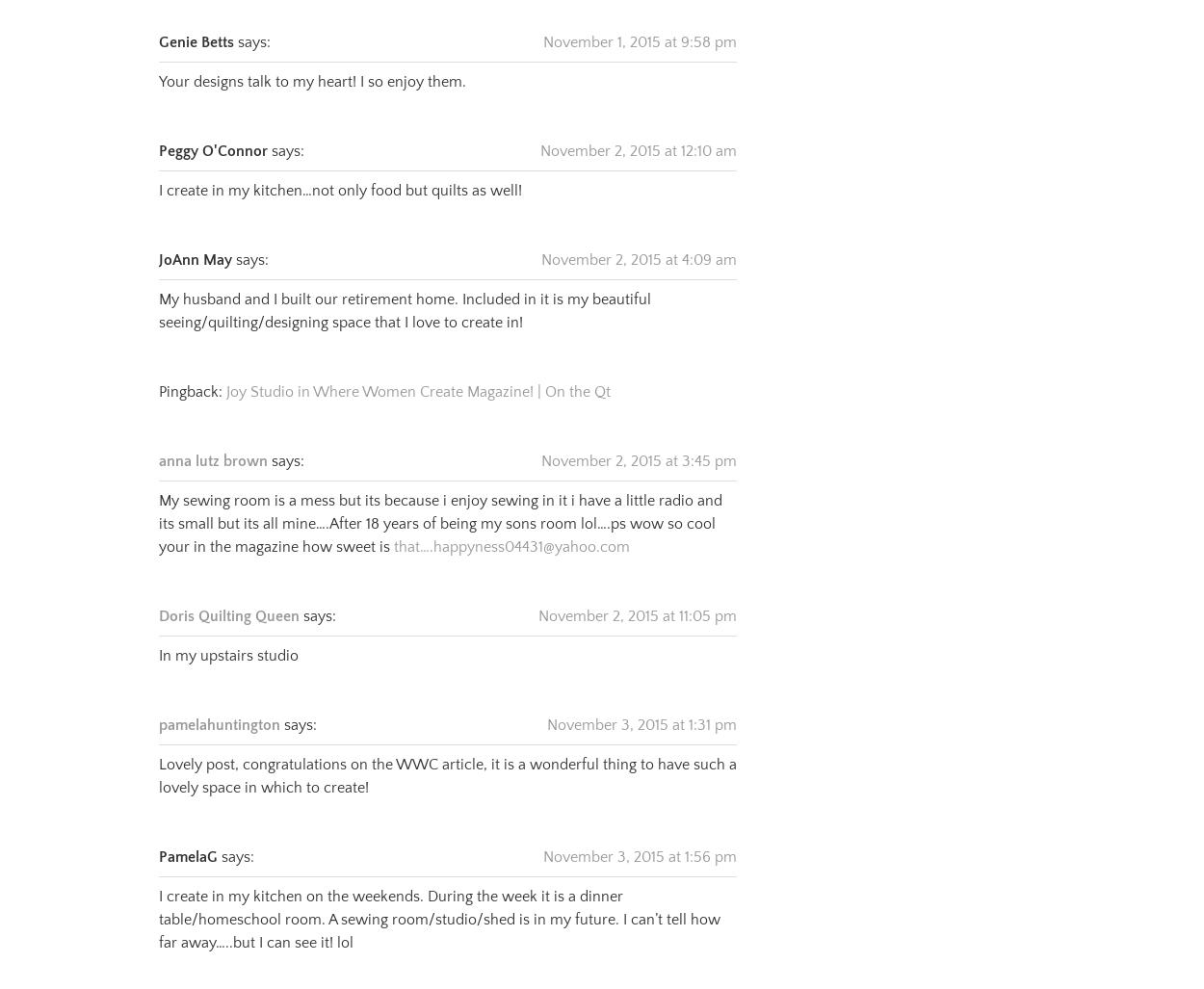 The image size is (1204, 989). I want to click on 'My husband and I built our retirement home. Included in it is my beautiful seeing/quilting/designing space that I love to create in!', so click(159, 286).